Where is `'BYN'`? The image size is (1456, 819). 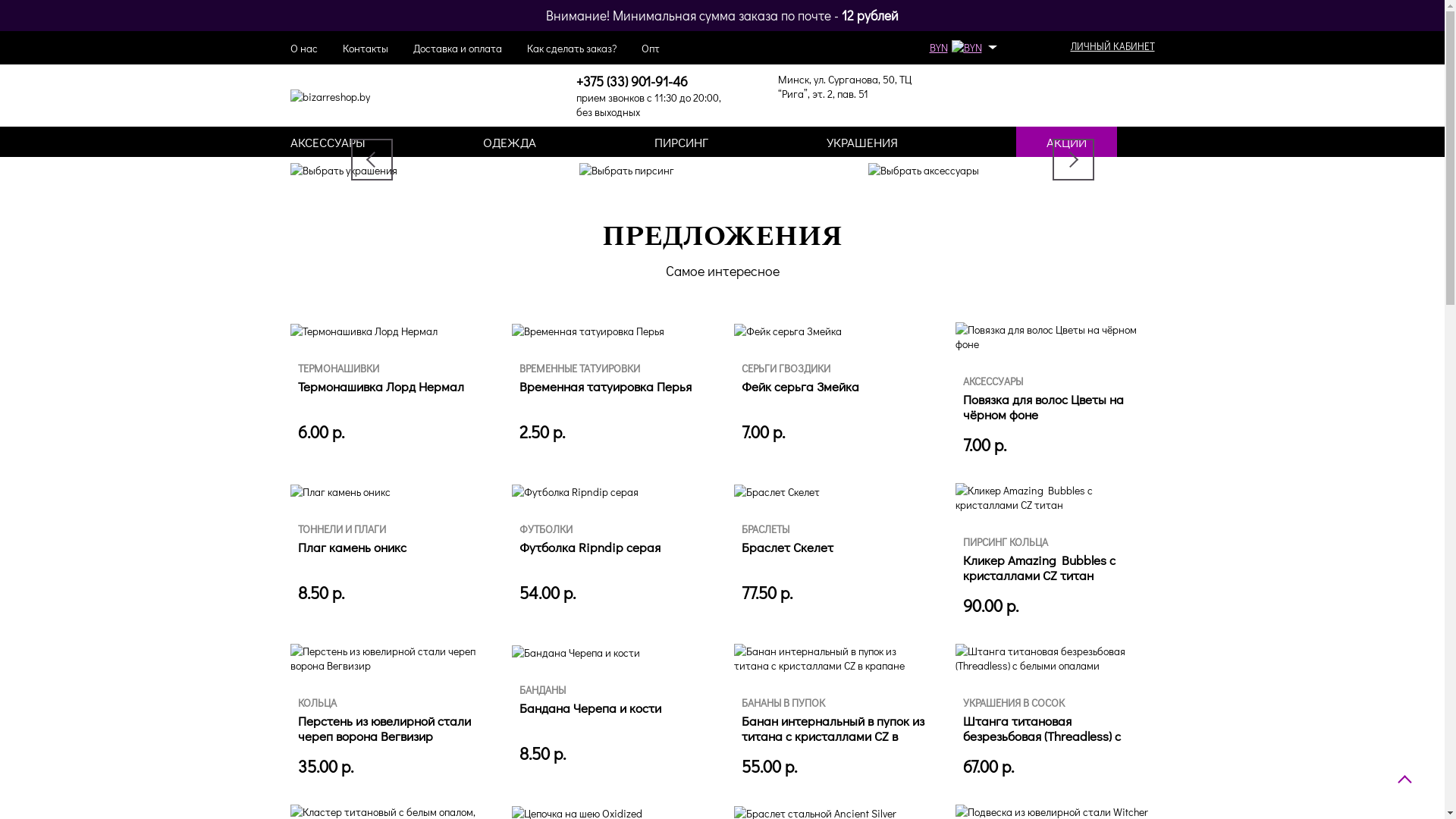
'BYN' is located at coordinates (965, 46).